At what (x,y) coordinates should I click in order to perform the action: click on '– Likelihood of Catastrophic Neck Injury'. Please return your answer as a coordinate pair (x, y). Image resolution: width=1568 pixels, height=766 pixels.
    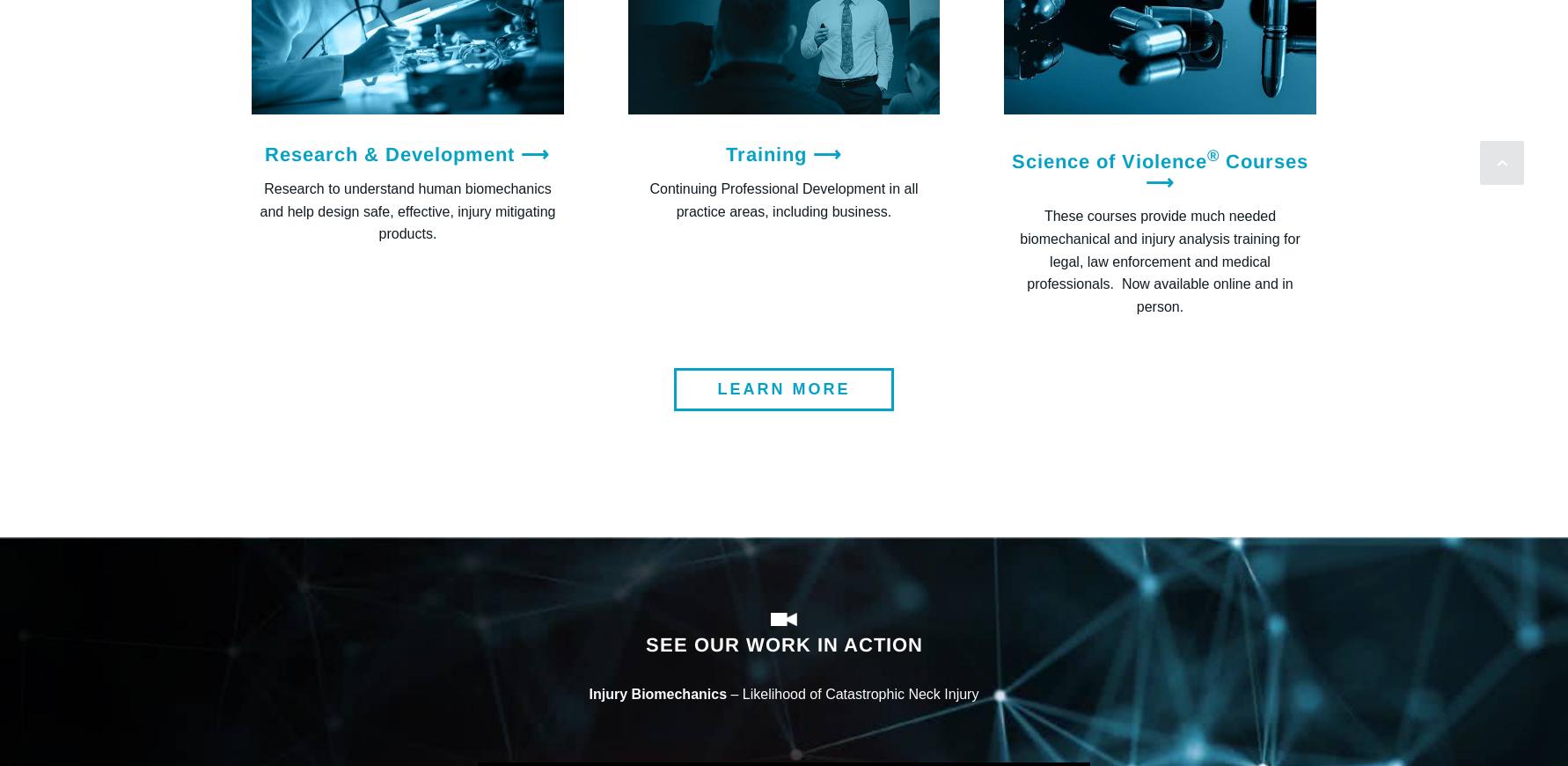
    Looking at the image, I should click on (853, 693).